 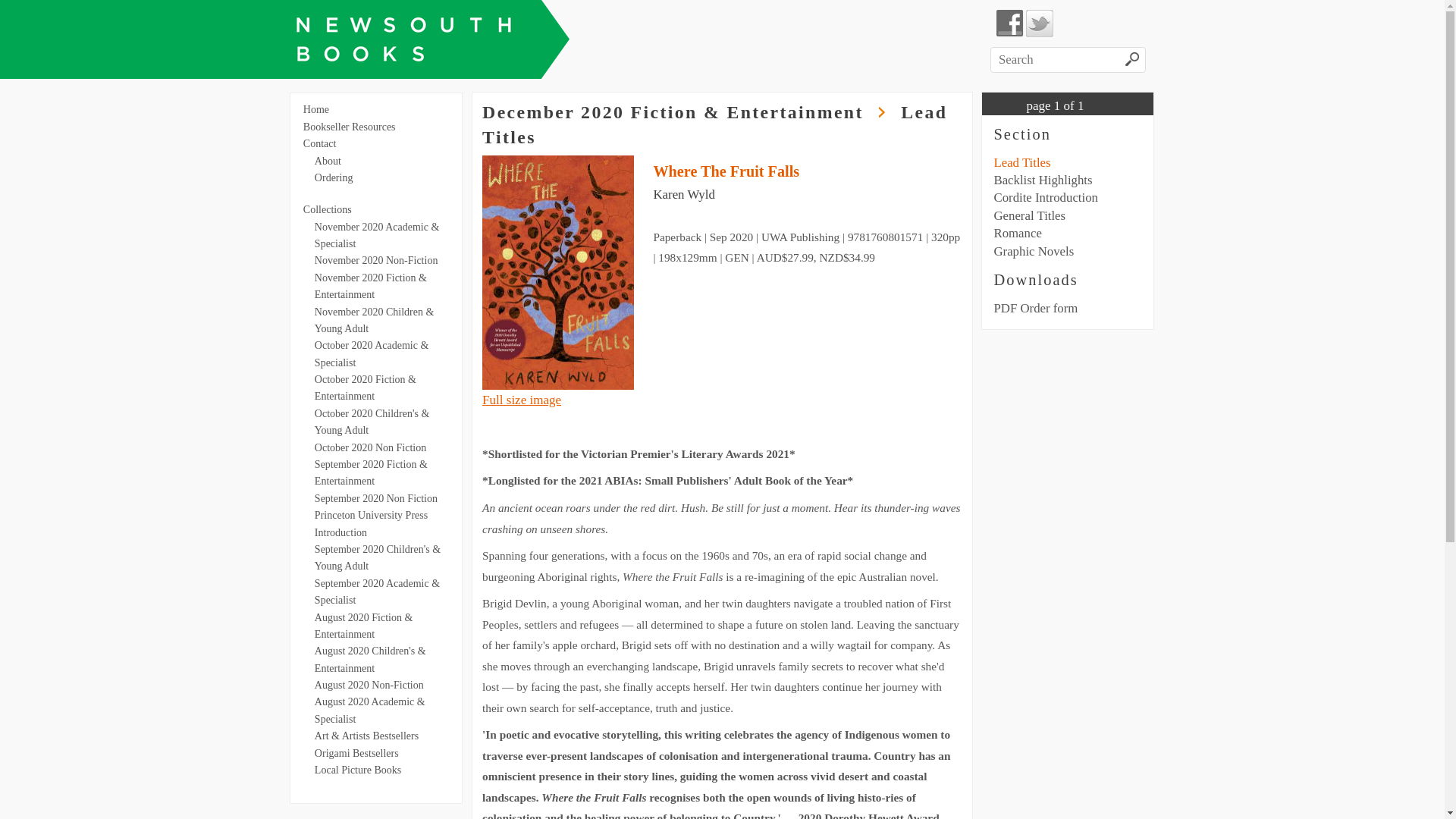 What do you see at coordinates (327, 161) in the screenshot?
I see `'About'` at bounding box center [327, 161].